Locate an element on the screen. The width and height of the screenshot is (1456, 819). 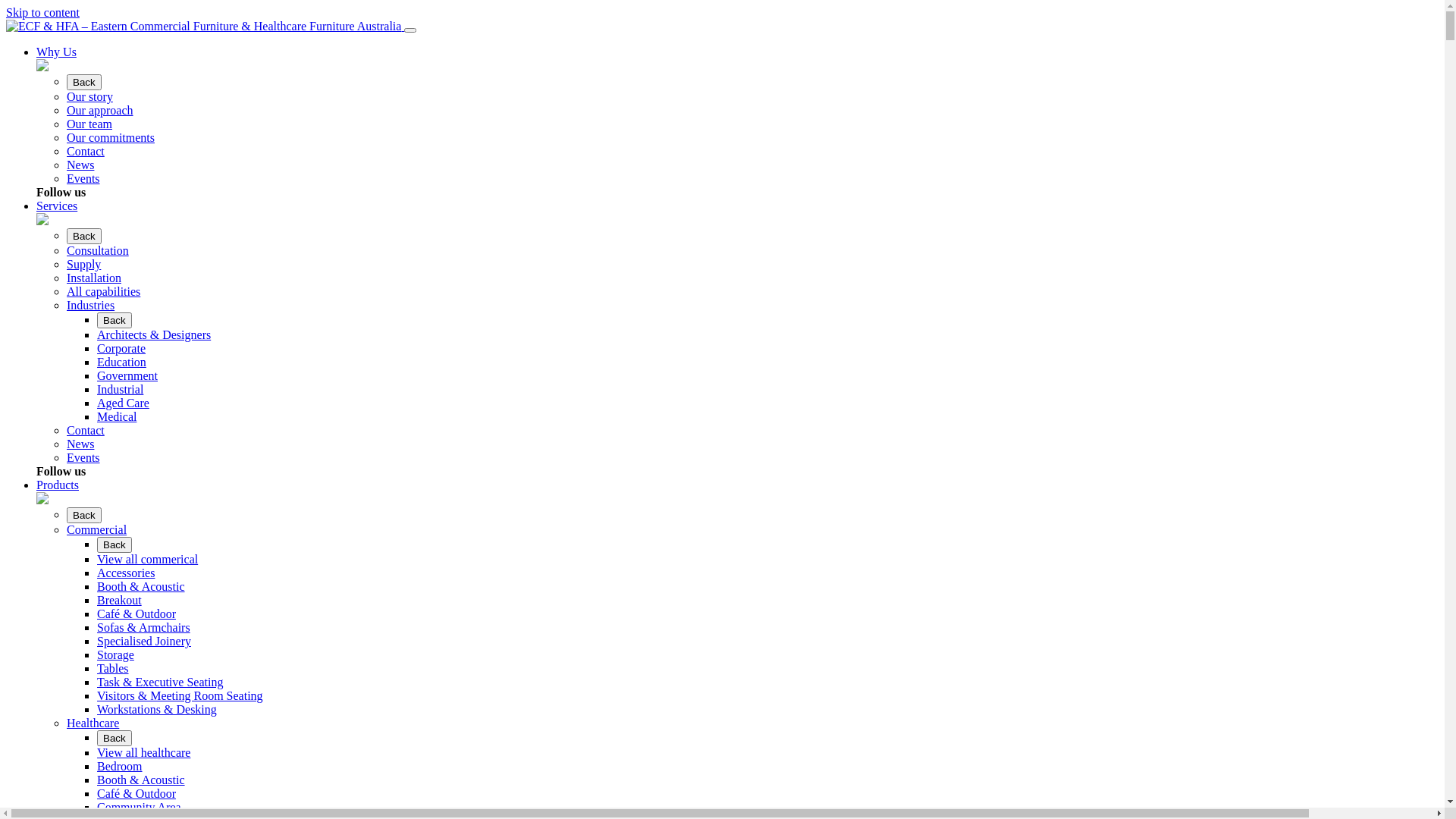
'Back' is located at coordinates (83, 236).